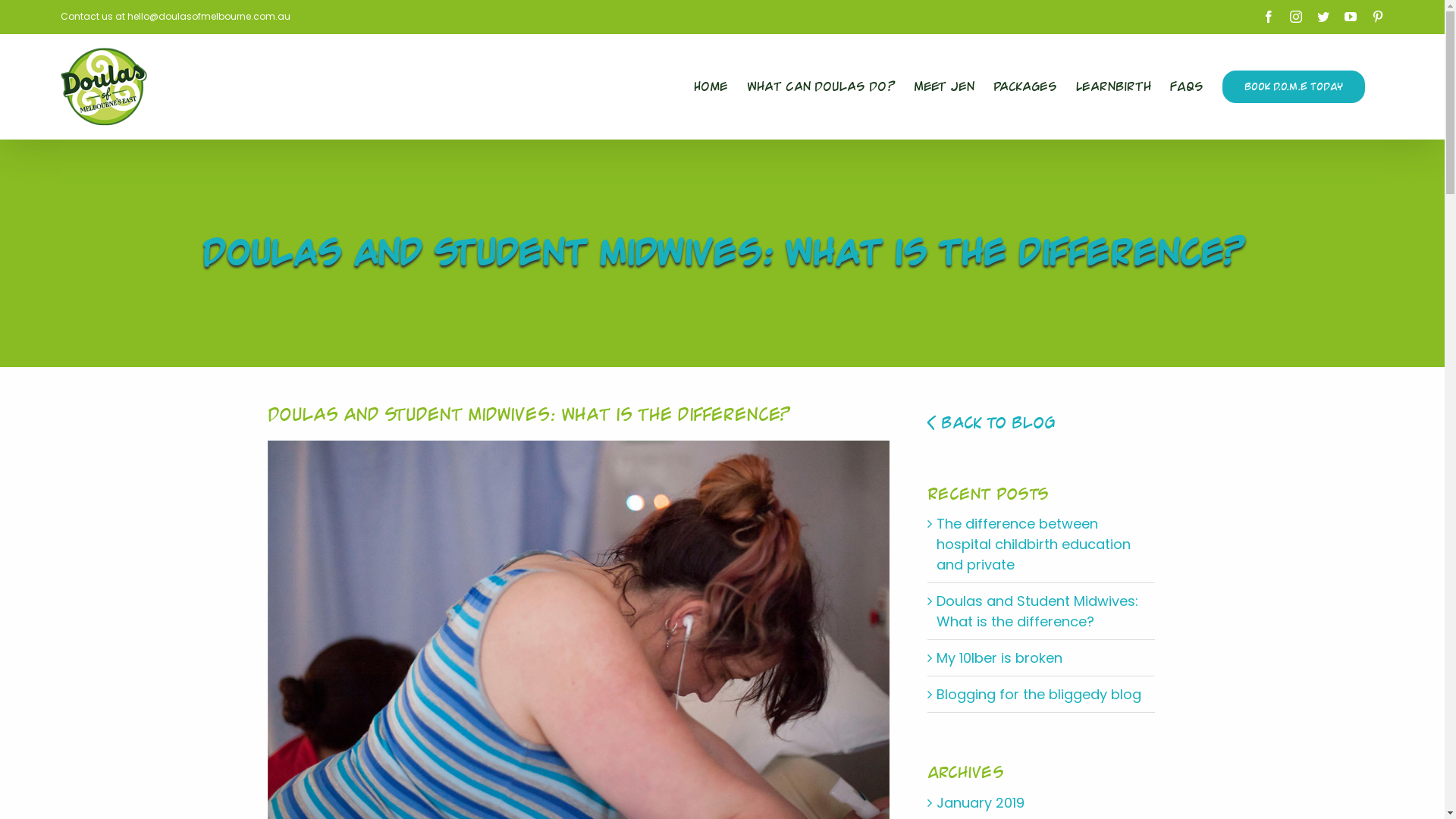 The height and width of the screenshot is (819, 1456). Describe the element at coordinates (175, 16) in the screenshot. I see `'Contact us at hello@doulasofmelbourne.com.au'` at that location.